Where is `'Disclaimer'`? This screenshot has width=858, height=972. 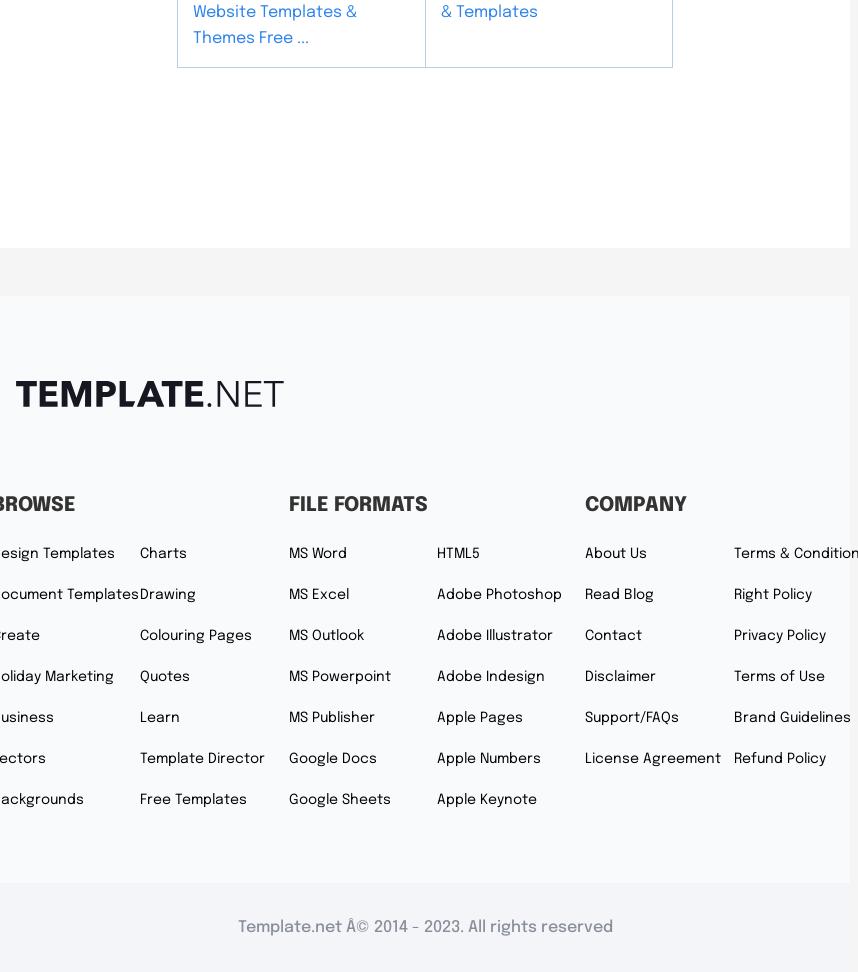 'Disclaimer' is located at coordinates (620, 675).